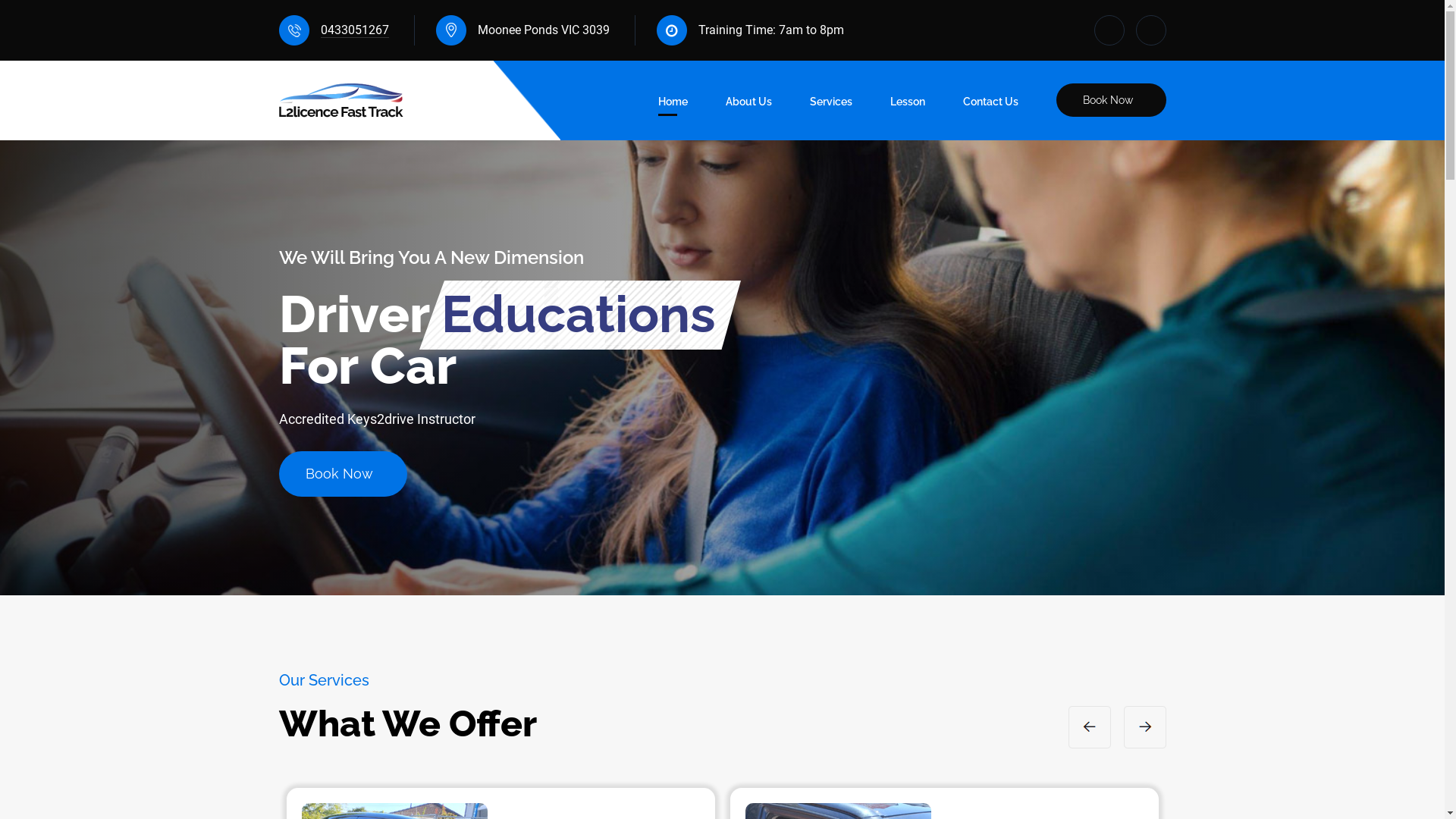 This screenshot has width=1456, height=819. Describe the element at coordinates (353, 30) in the screenshot. I see `'0433051267'` at that location.